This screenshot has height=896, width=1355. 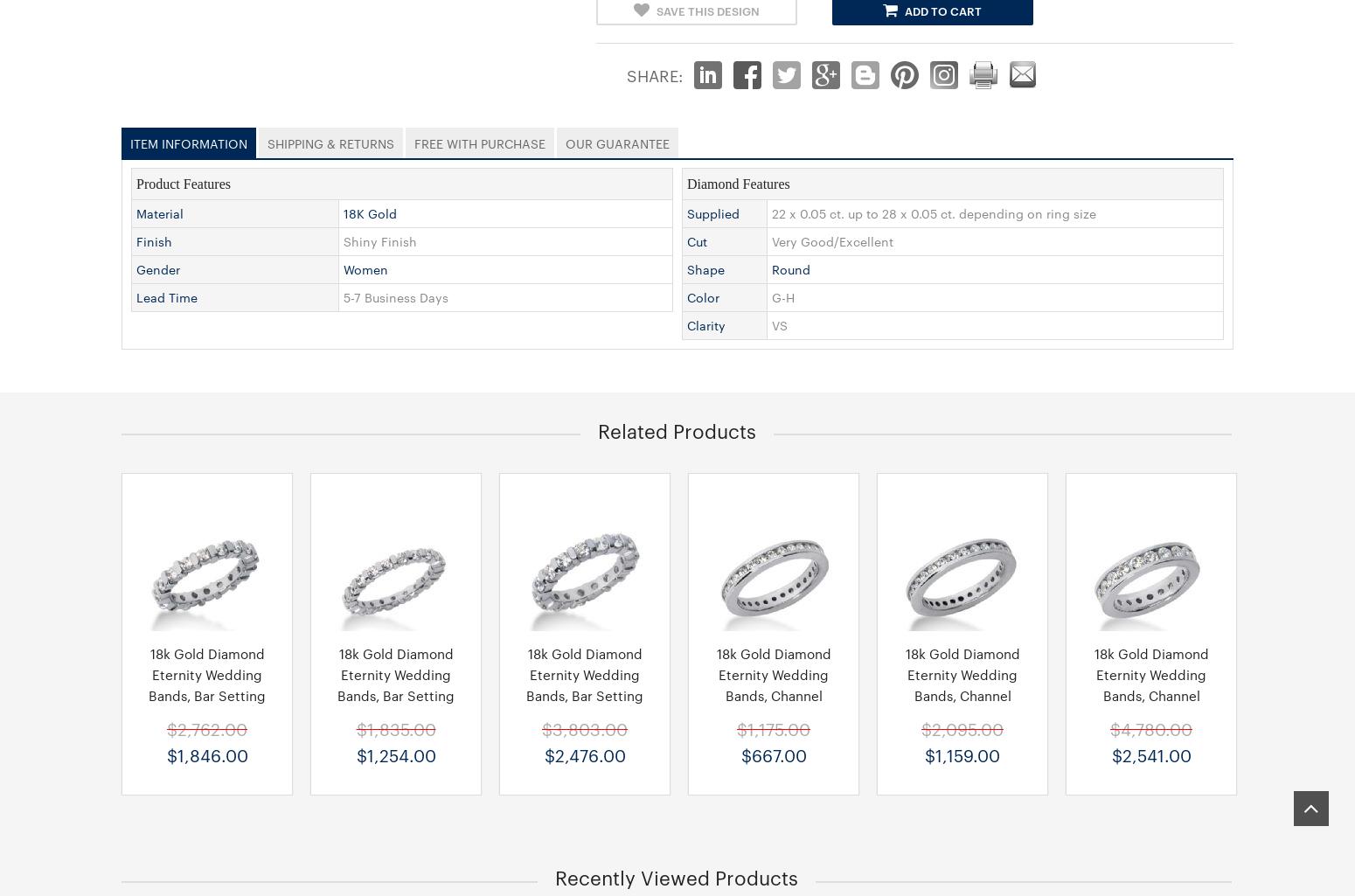 I want to click on 'Shipping & Returns', so click(x=330, y=141).